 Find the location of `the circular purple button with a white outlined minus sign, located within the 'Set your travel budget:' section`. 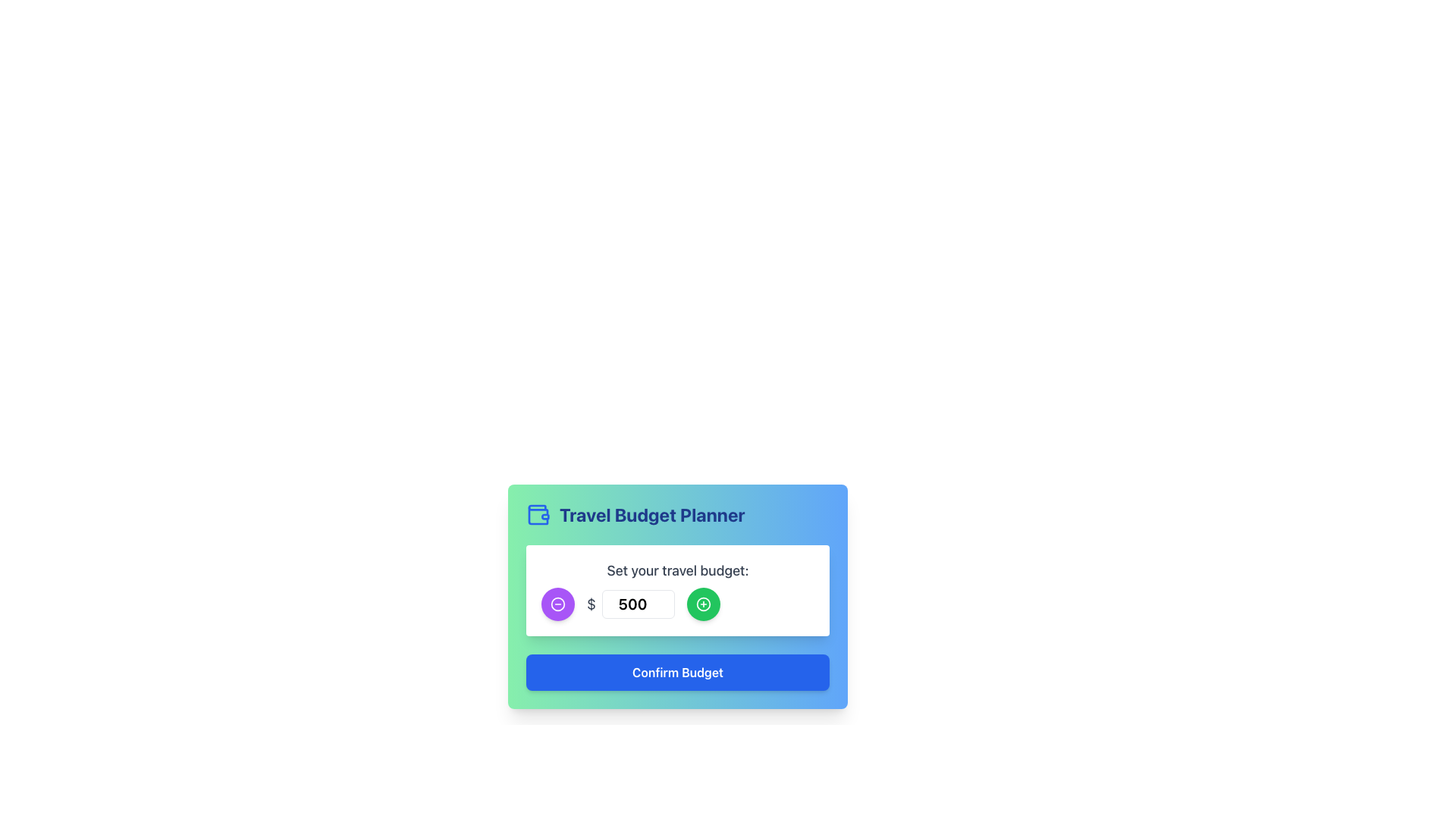

the circular purple button with a white outlined minus sign, located within the 'Set your travel budget:' section is located at coordinates (557, 604).